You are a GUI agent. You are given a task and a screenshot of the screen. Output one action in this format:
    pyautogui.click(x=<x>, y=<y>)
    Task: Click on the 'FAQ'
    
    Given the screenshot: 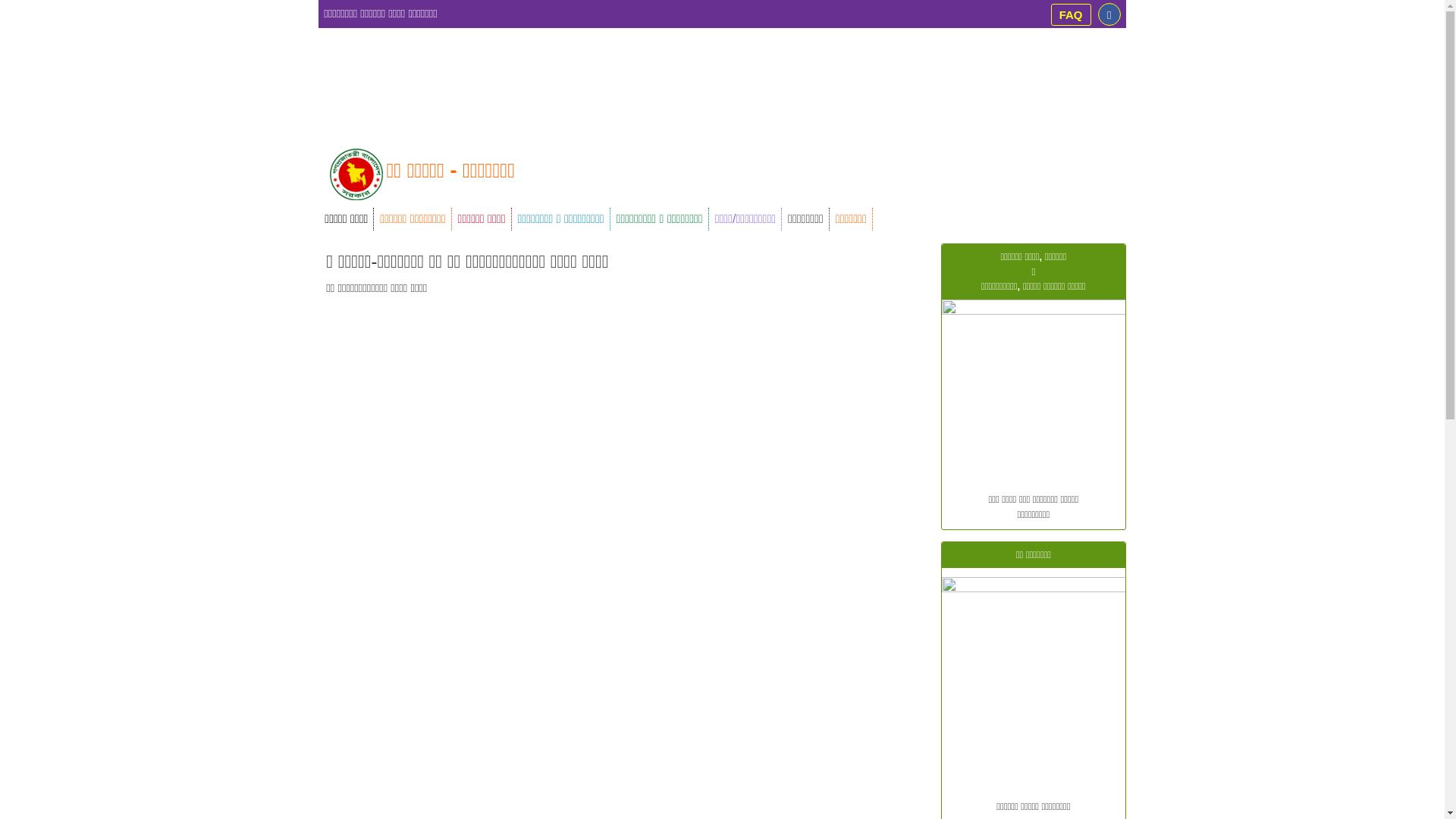 What is the action you would take?
    pyautogui.click(x=1070, y=14)
    